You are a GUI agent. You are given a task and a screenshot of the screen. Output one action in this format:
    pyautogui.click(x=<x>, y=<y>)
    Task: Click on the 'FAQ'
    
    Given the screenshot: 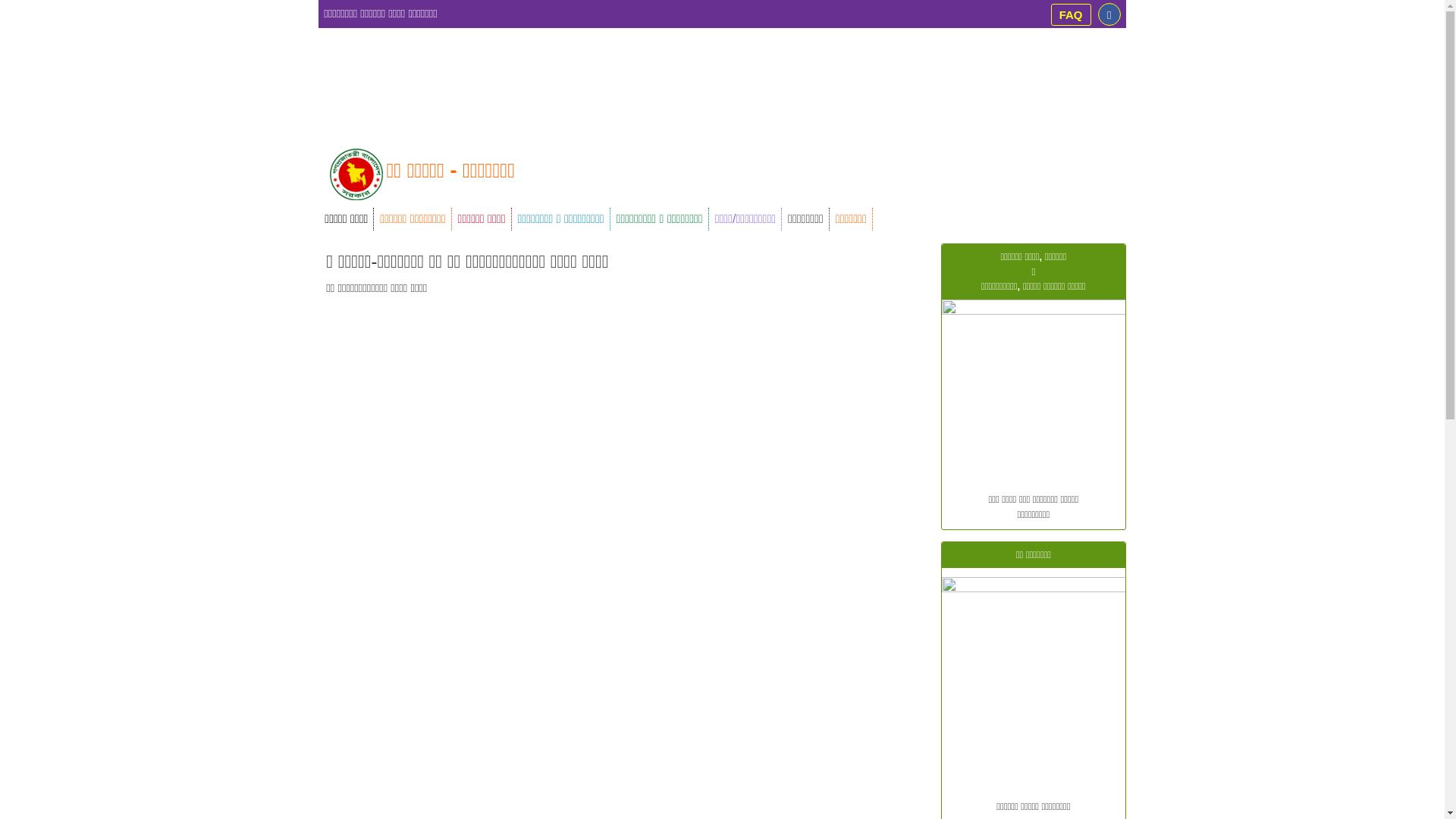 What is the action you would take?
    pyautogui.click(x=1070, y=14)
    